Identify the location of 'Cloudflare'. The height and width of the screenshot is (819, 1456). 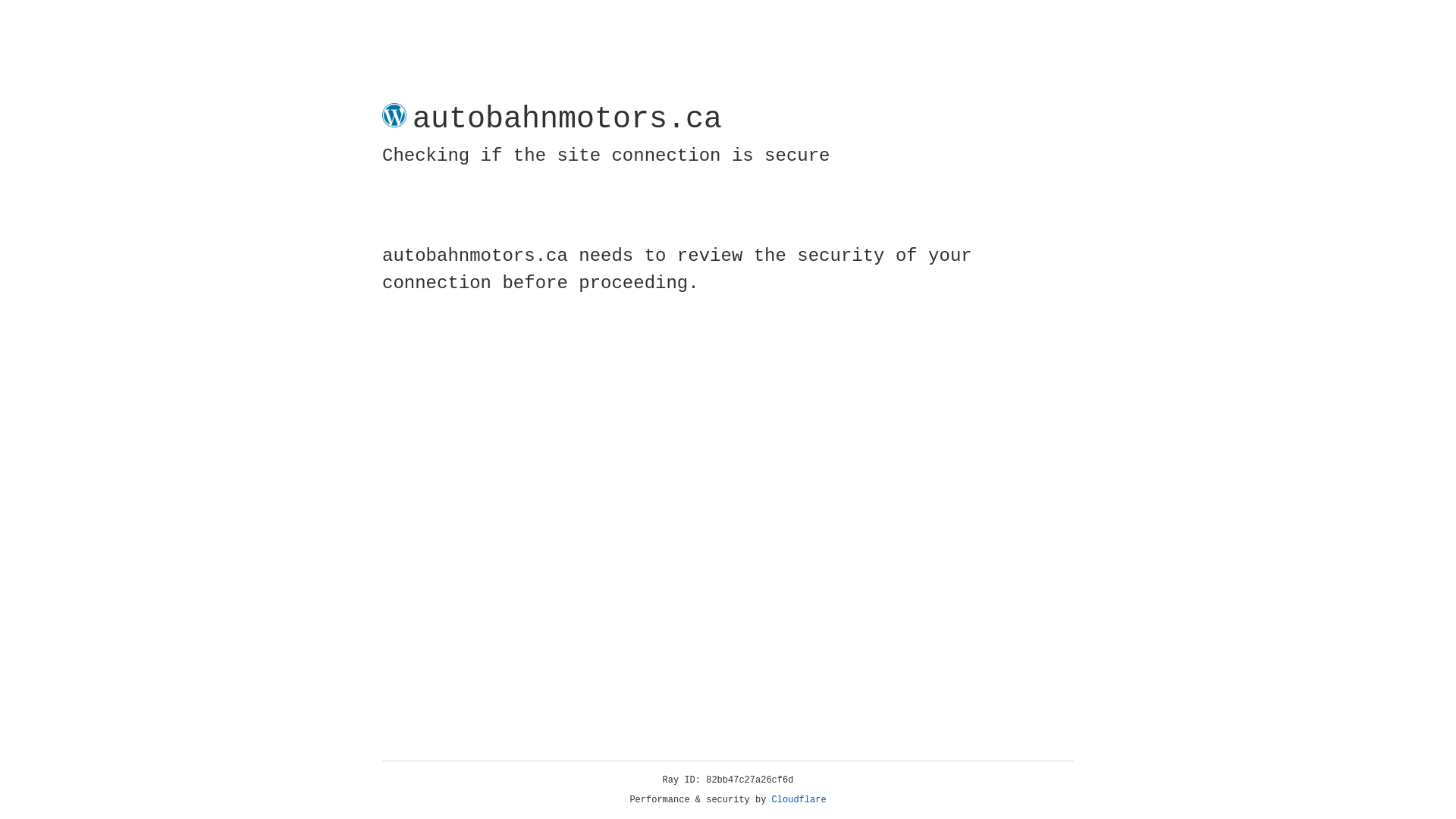
(771, 799).